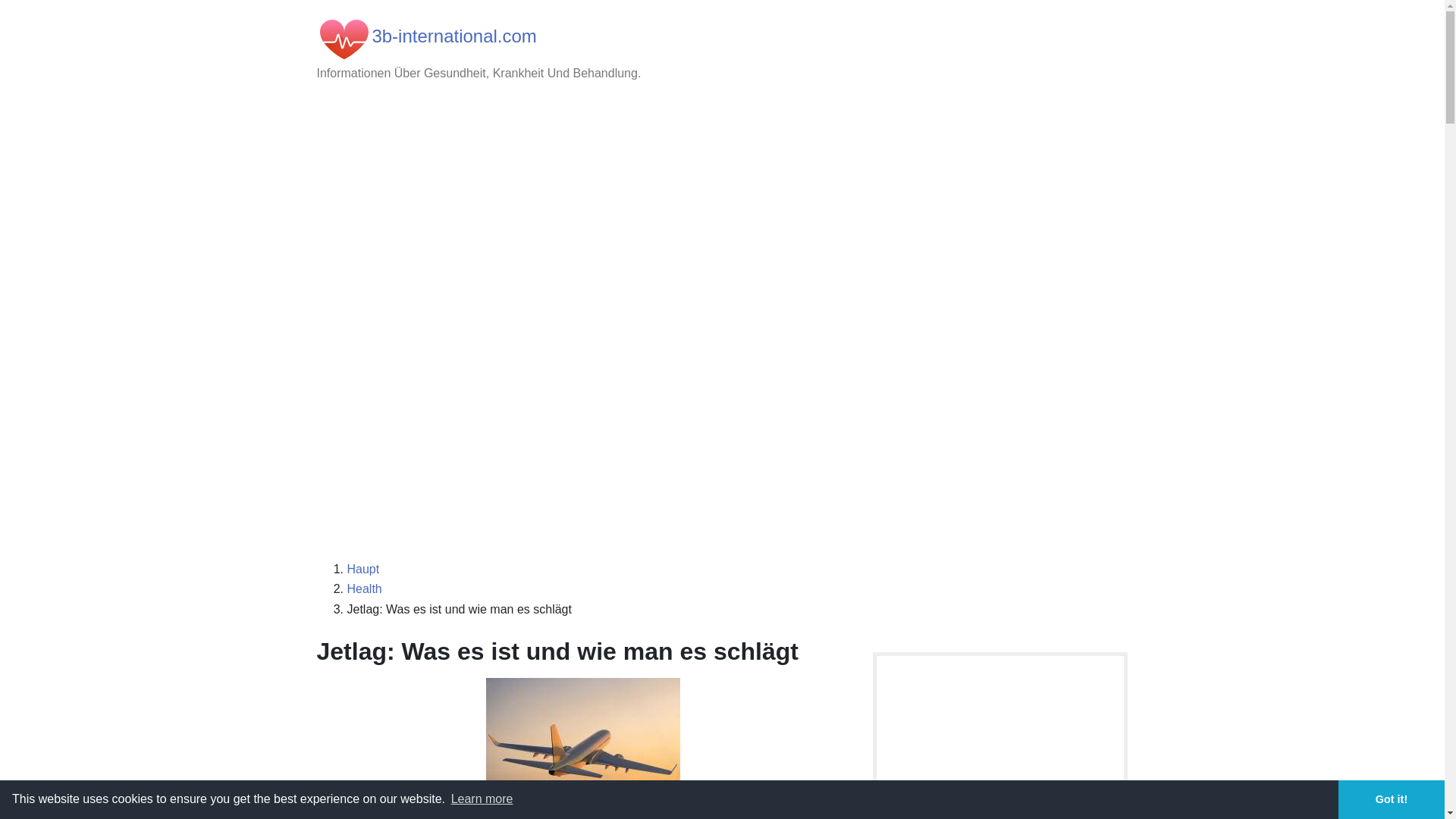 The height and width of the screenshot is (819, 1456). What do you see at coordinates (722, 217) in the screenshot?
I see `'Advertisement'` at bounding box center [722, 217].